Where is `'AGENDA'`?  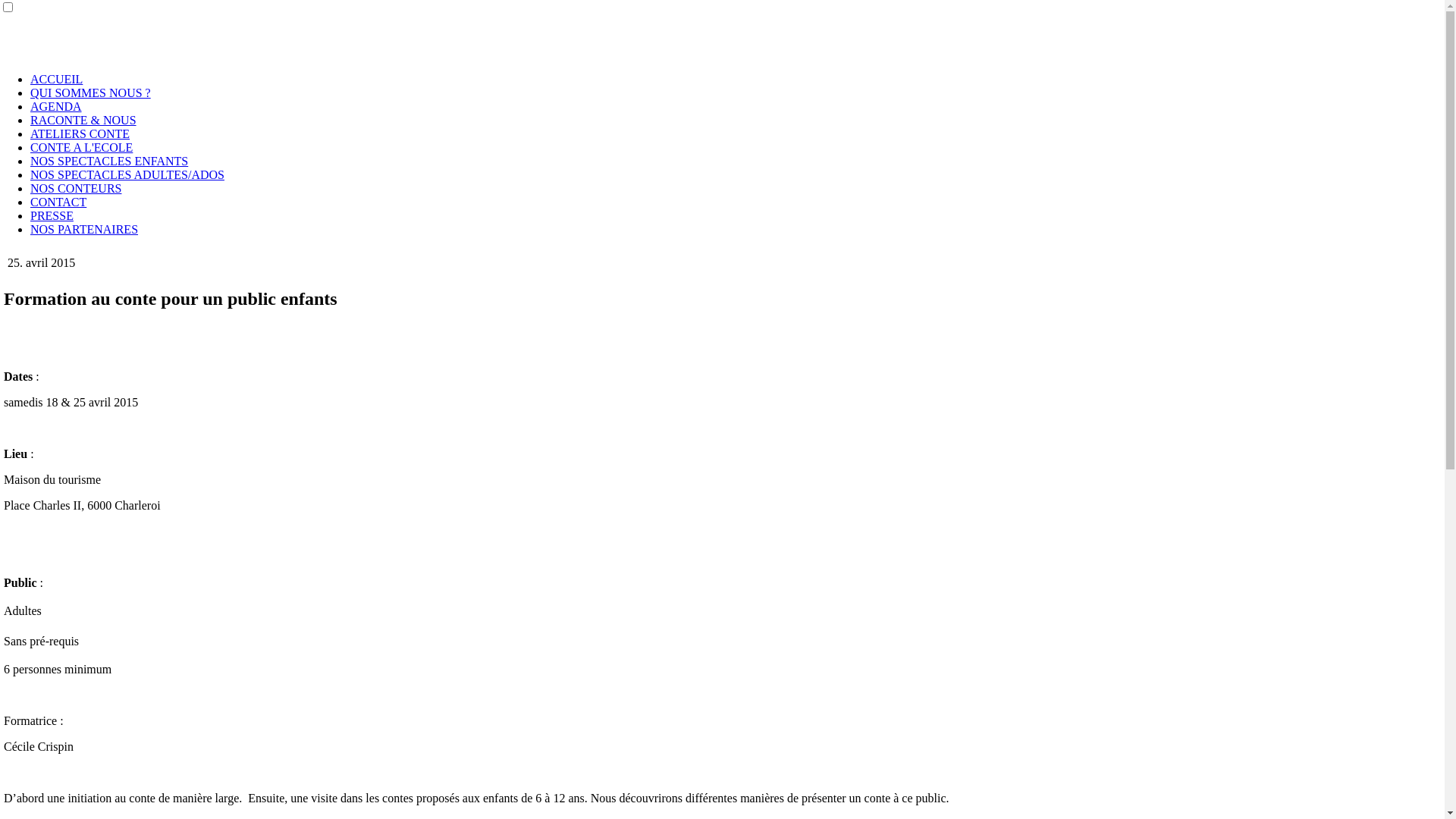
'AGENDA' is located at coordinates (55, 105).